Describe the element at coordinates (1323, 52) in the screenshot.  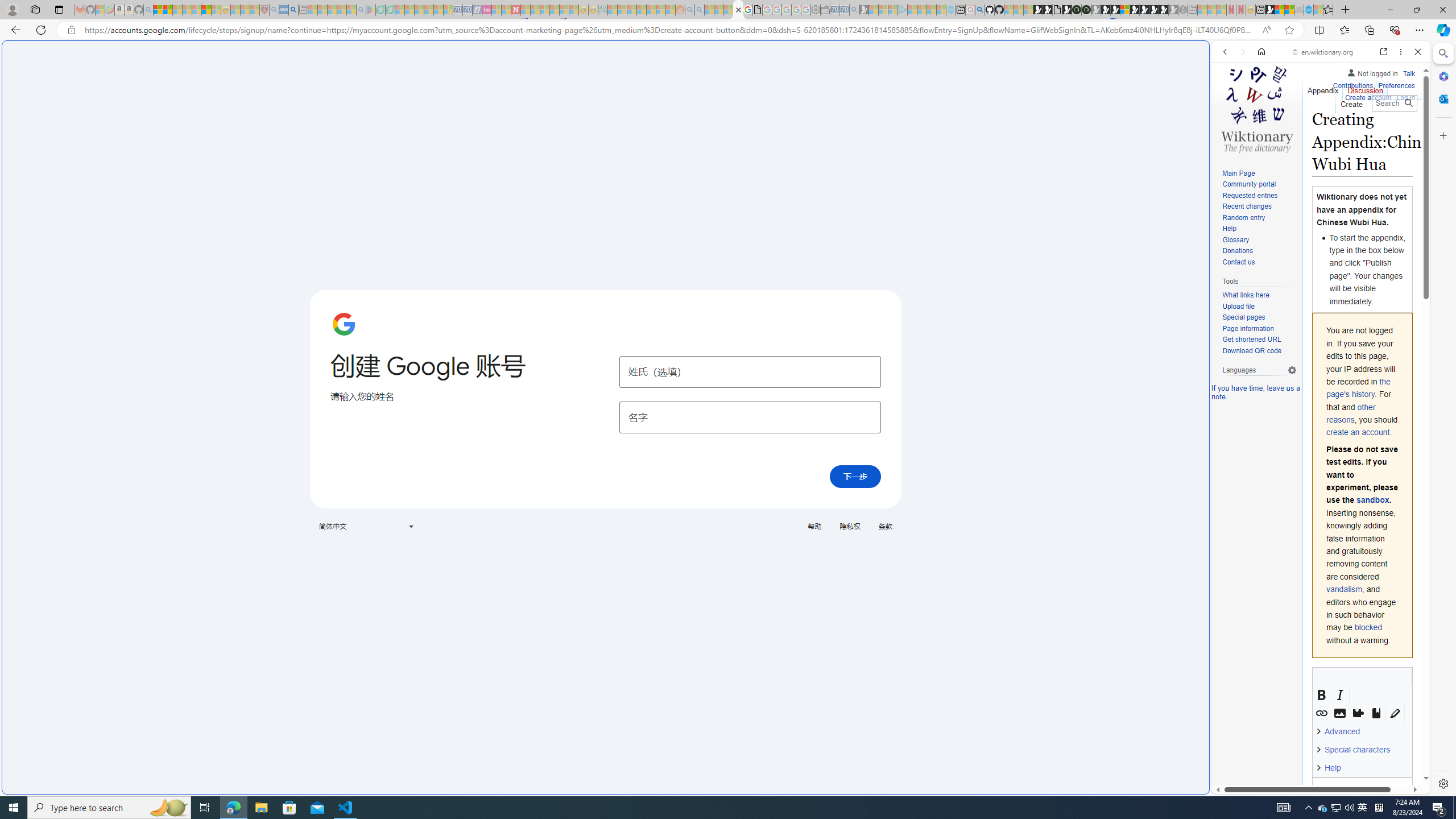
I see `'en.wiktionary.org'` at that location.